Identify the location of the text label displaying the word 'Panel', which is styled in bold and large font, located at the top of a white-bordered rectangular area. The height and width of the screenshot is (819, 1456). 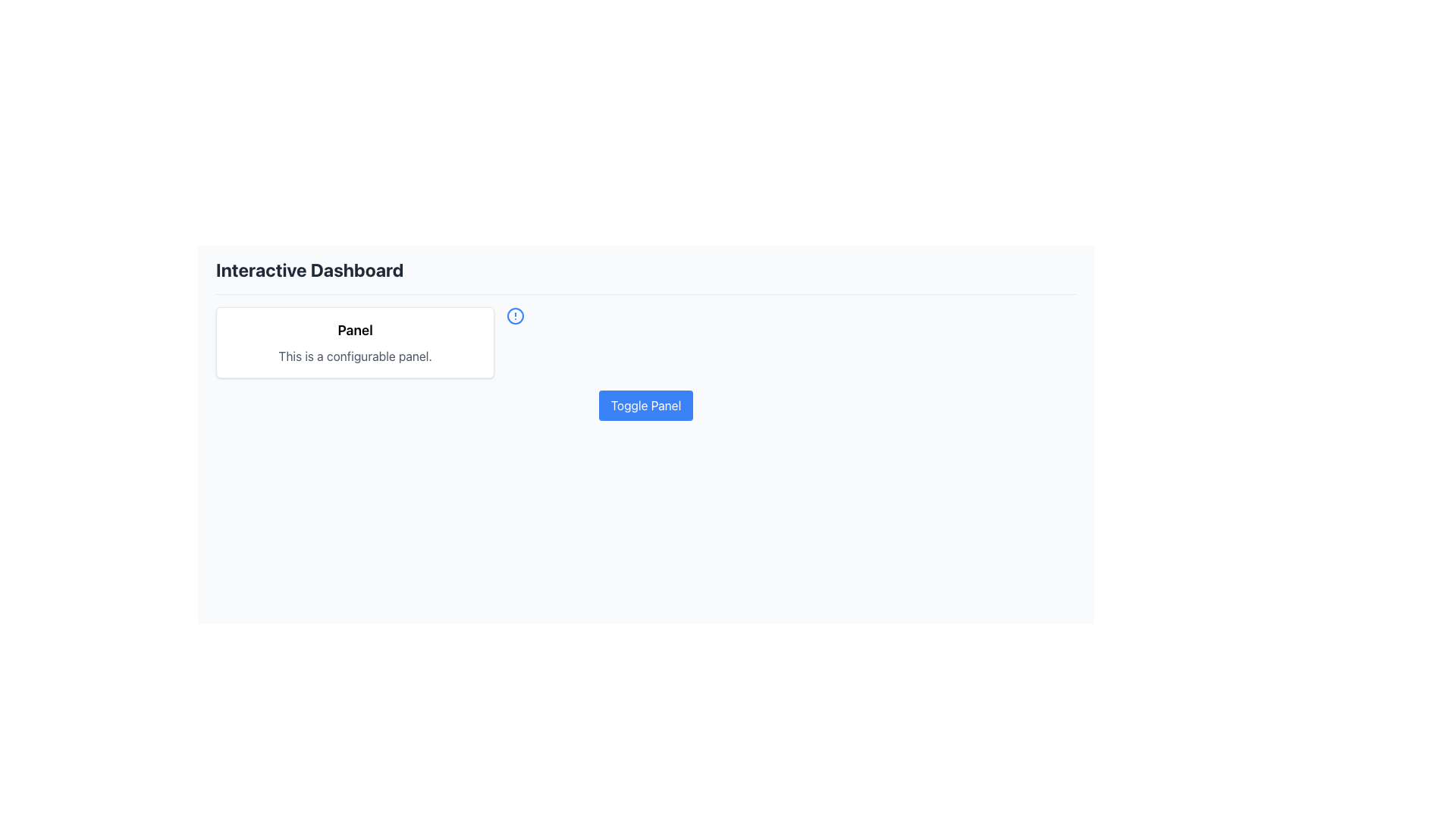
(354, 329).